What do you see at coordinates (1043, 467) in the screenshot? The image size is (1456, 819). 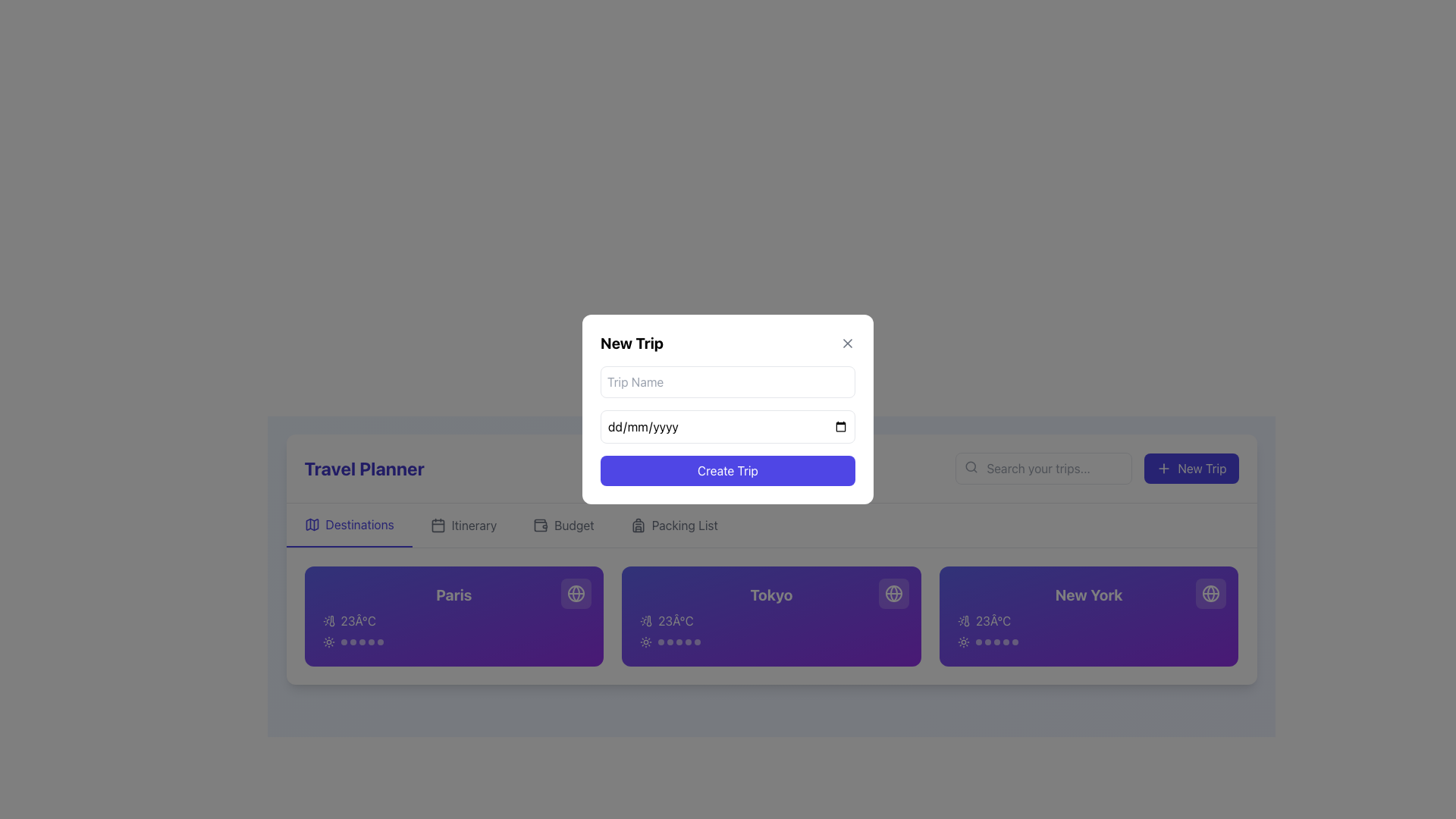 I see `to select the placeholder text 'Search your trips...' in the horizontal rectangular text input field that is styled with a border and has a gray search icon on the left` at bounding box center [1043, 467].